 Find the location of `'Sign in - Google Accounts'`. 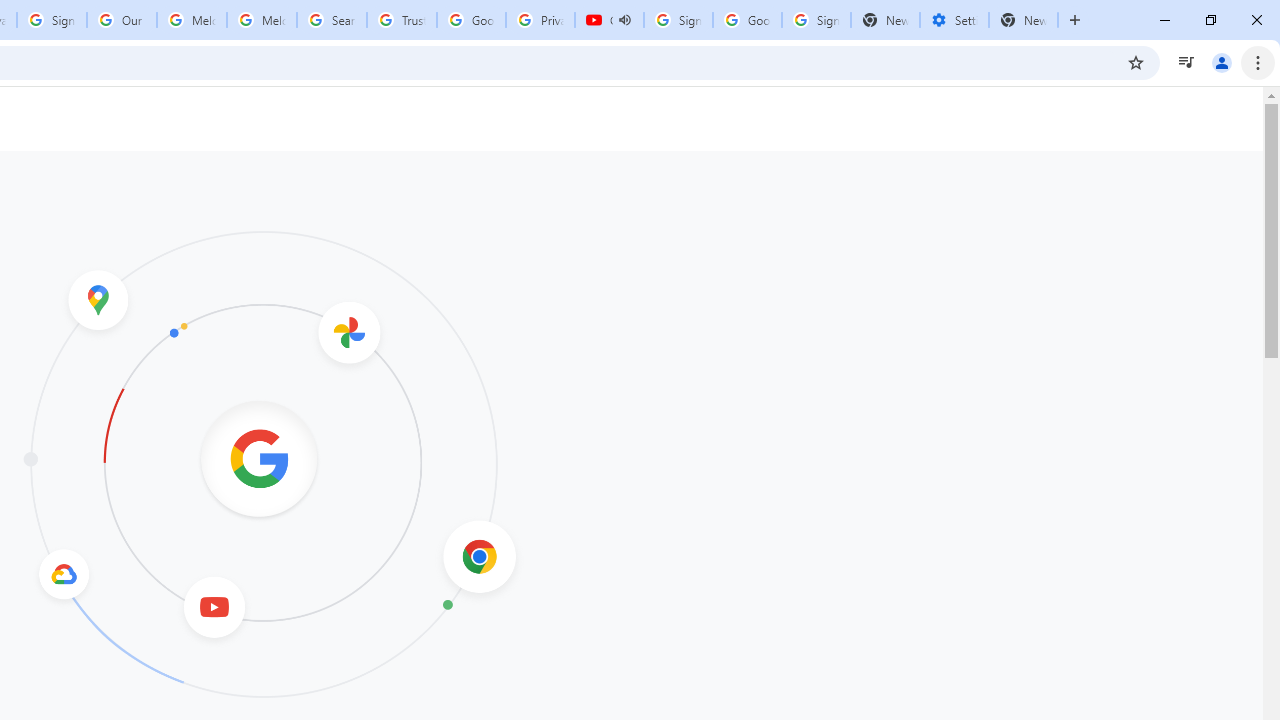

'Sign in - Google Accounts' is located at coordinates (51, 20).